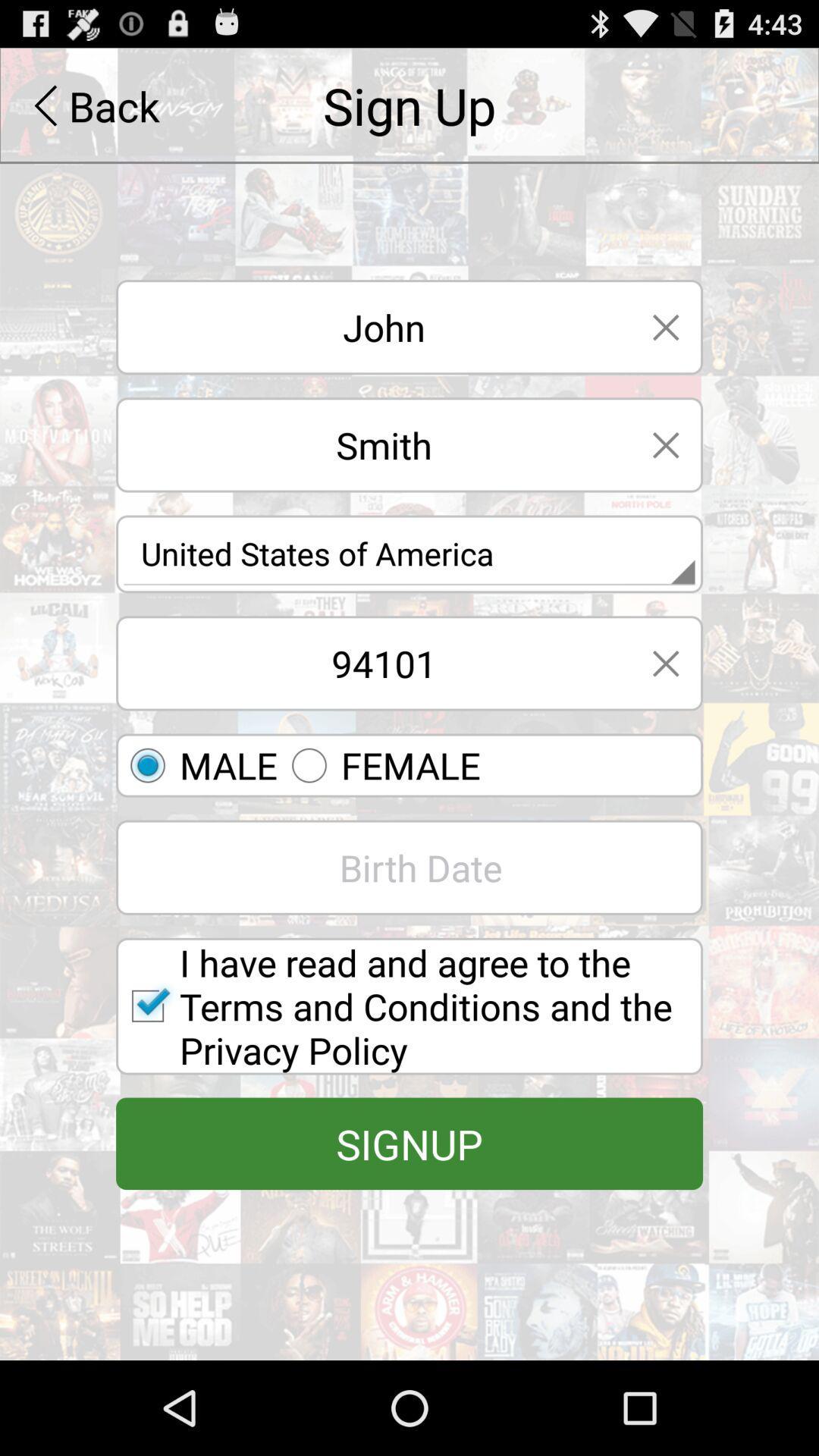 This screenshot has width=819, height=1456. Describe the element at coordinates (409, 868) in the screenshot. I see `birthday` at that location.